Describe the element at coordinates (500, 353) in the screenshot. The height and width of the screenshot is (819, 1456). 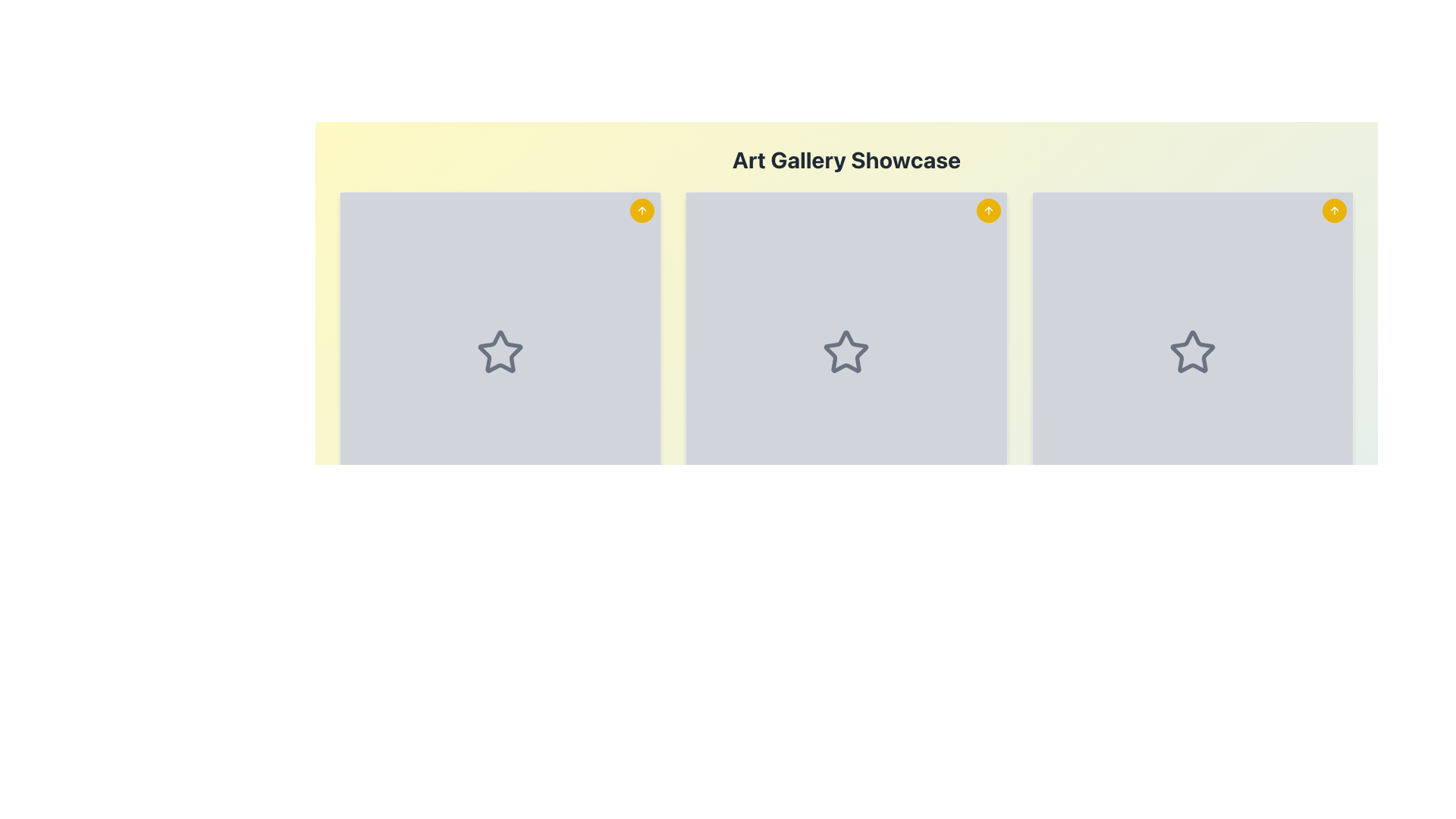
I see `the star icon located in the first card of a horizontally aligned grid layout to interact with it` at that location.